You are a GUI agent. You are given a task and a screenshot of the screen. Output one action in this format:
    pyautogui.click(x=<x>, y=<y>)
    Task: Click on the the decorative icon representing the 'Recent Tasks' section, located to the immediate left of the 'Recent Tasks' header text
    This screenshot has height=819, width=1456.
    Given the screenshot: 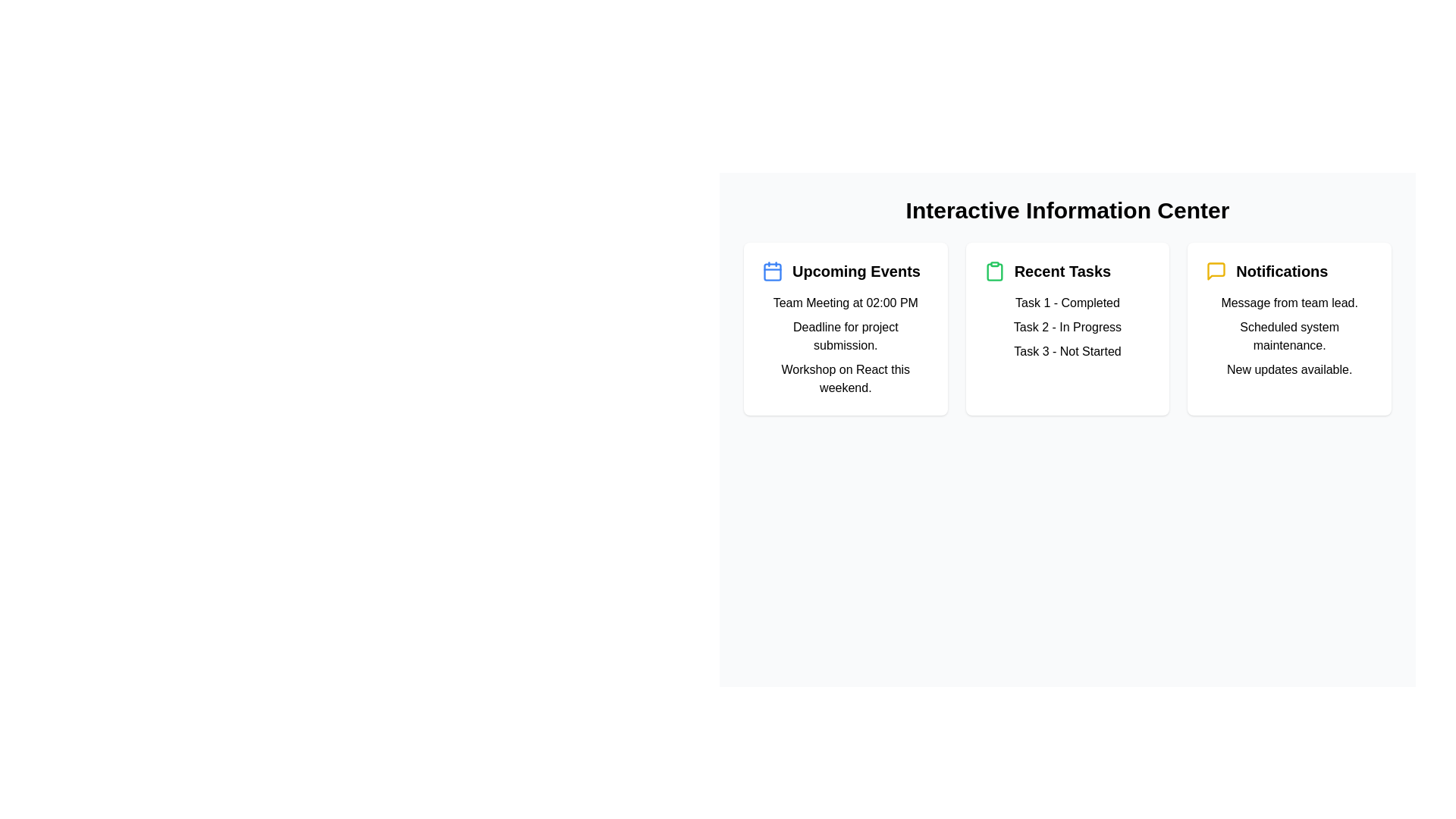 What is the action you would take?
    pyautogui.click(x=994, y=271)
    